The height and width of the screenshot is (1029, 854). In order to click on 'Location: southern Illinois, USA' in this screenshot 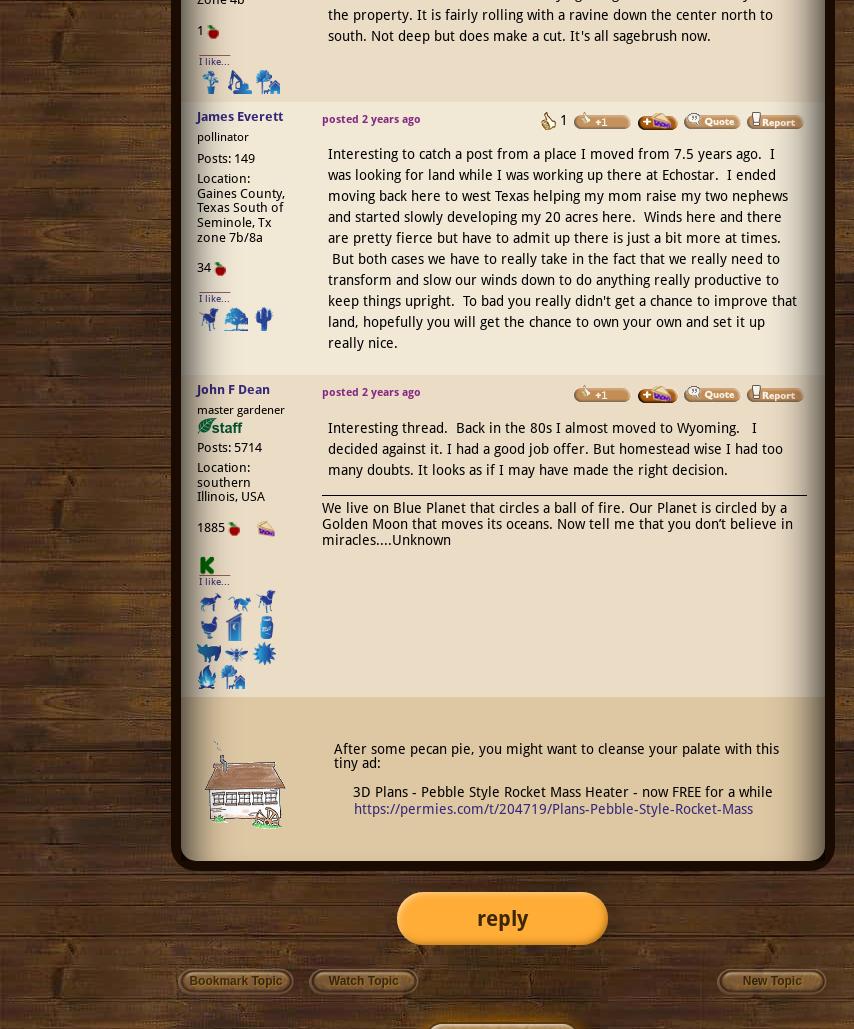, I will do `click(229, 481)`.